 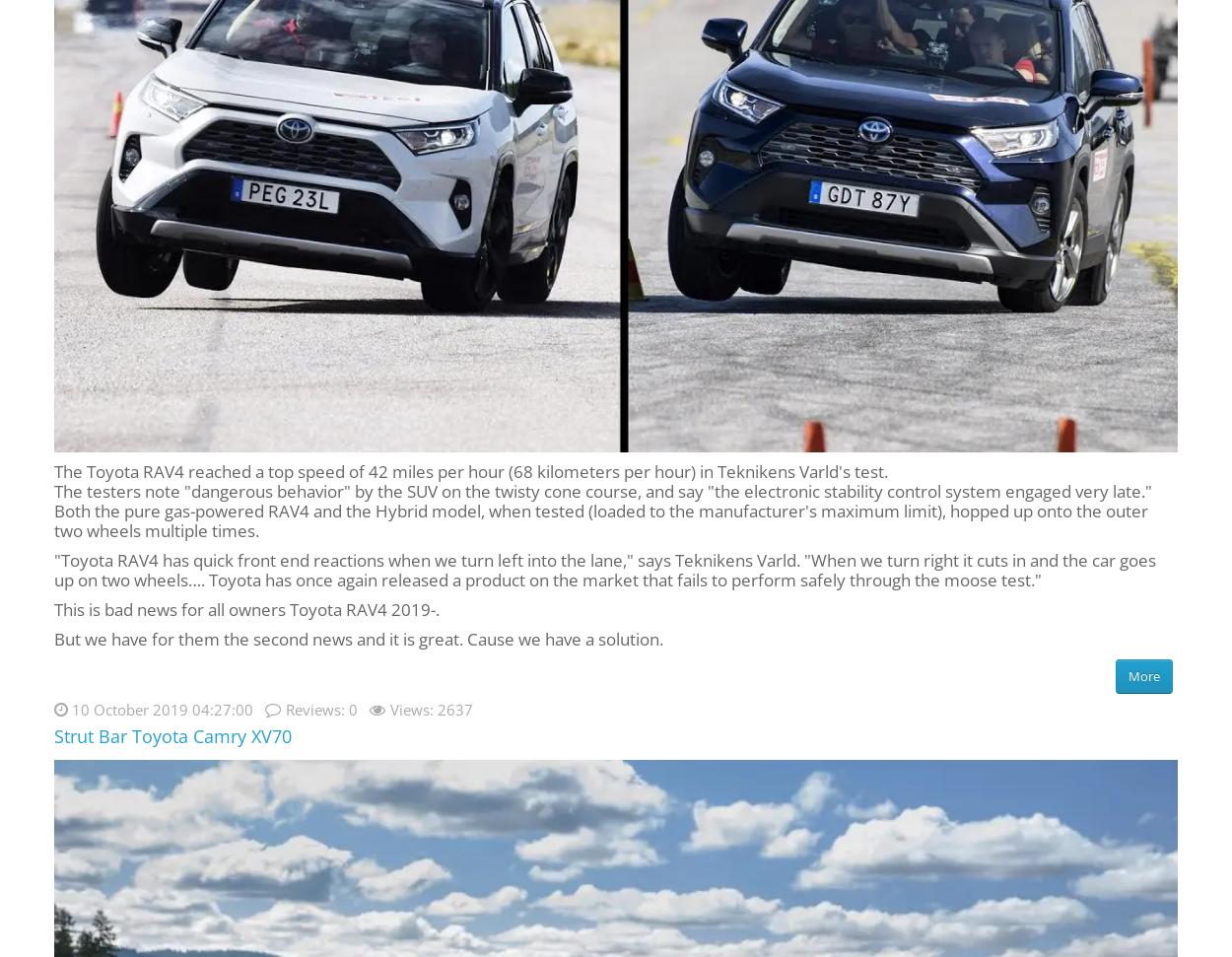 I want to click on 'The Toyota RAV4 reached a top speed of 42 miles per hour (68 kilometers per hour) in Teknikens Varld's test.', so click(x=470, y=470).